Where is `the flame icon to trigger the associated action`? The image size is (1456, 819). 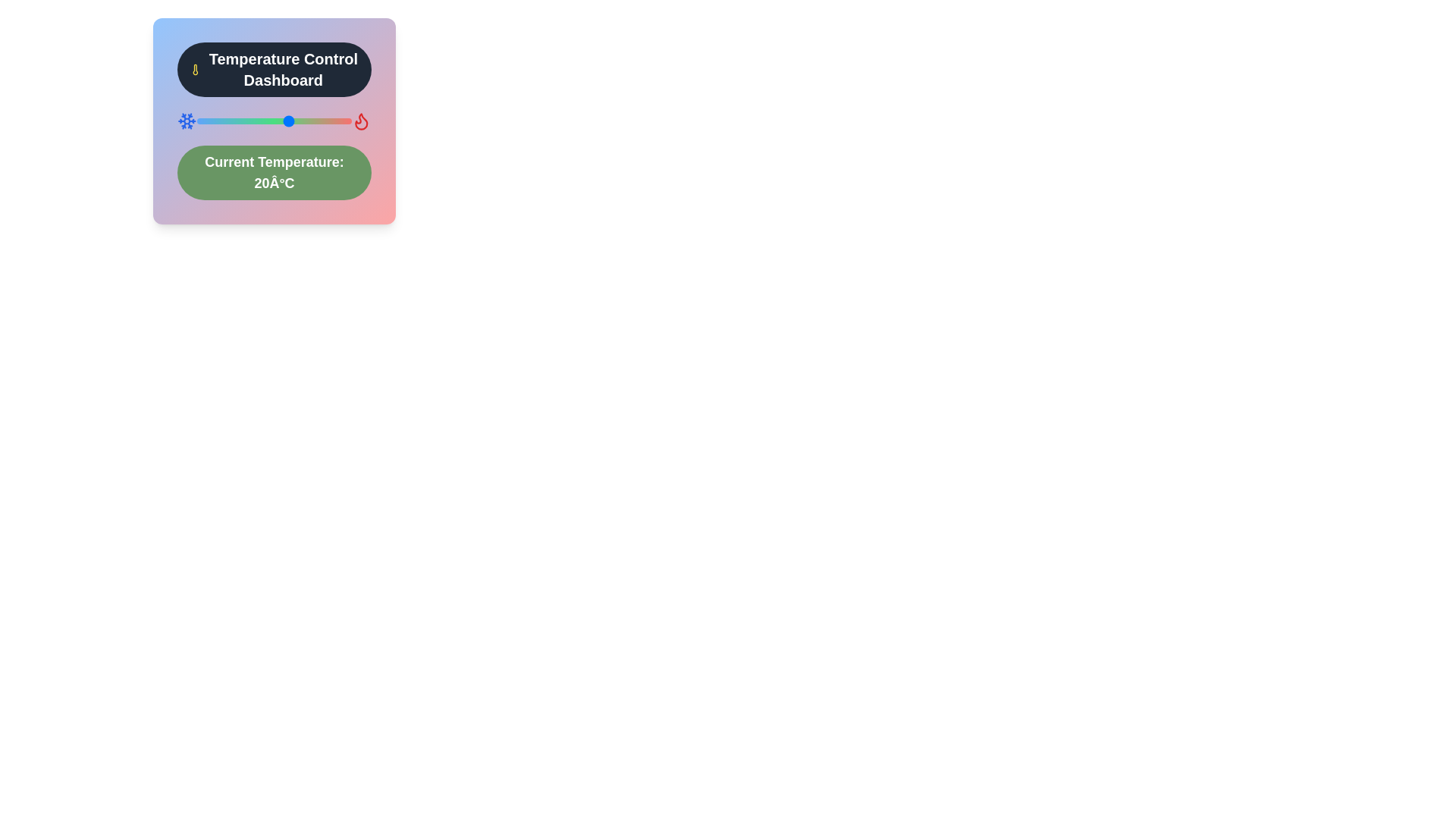
the flame icon to trigger the associated action is located at coordinates (360, 120).